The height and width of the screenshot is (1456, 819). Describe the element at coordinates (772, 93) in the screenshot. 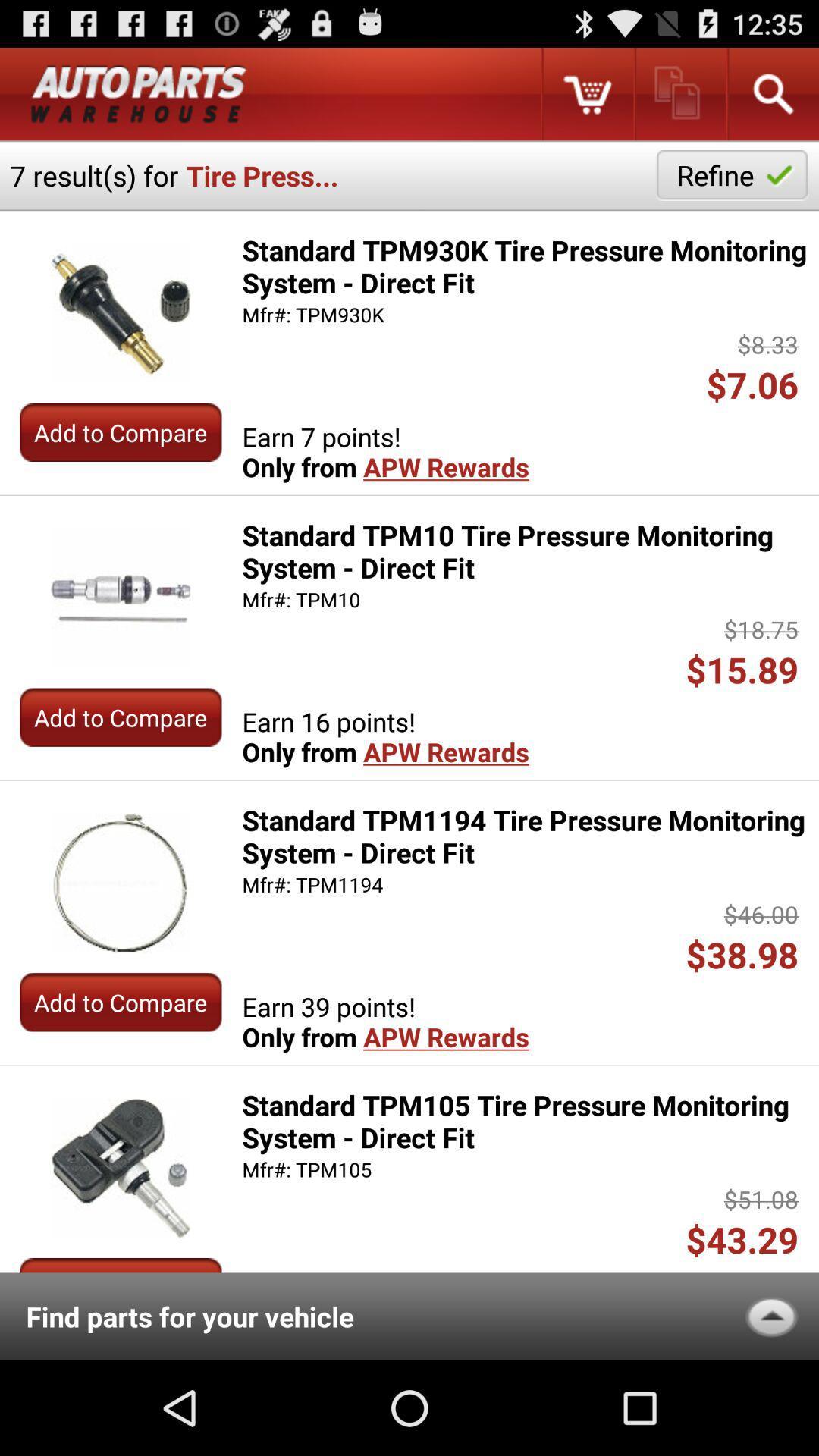

I see `searching the process` at that location.